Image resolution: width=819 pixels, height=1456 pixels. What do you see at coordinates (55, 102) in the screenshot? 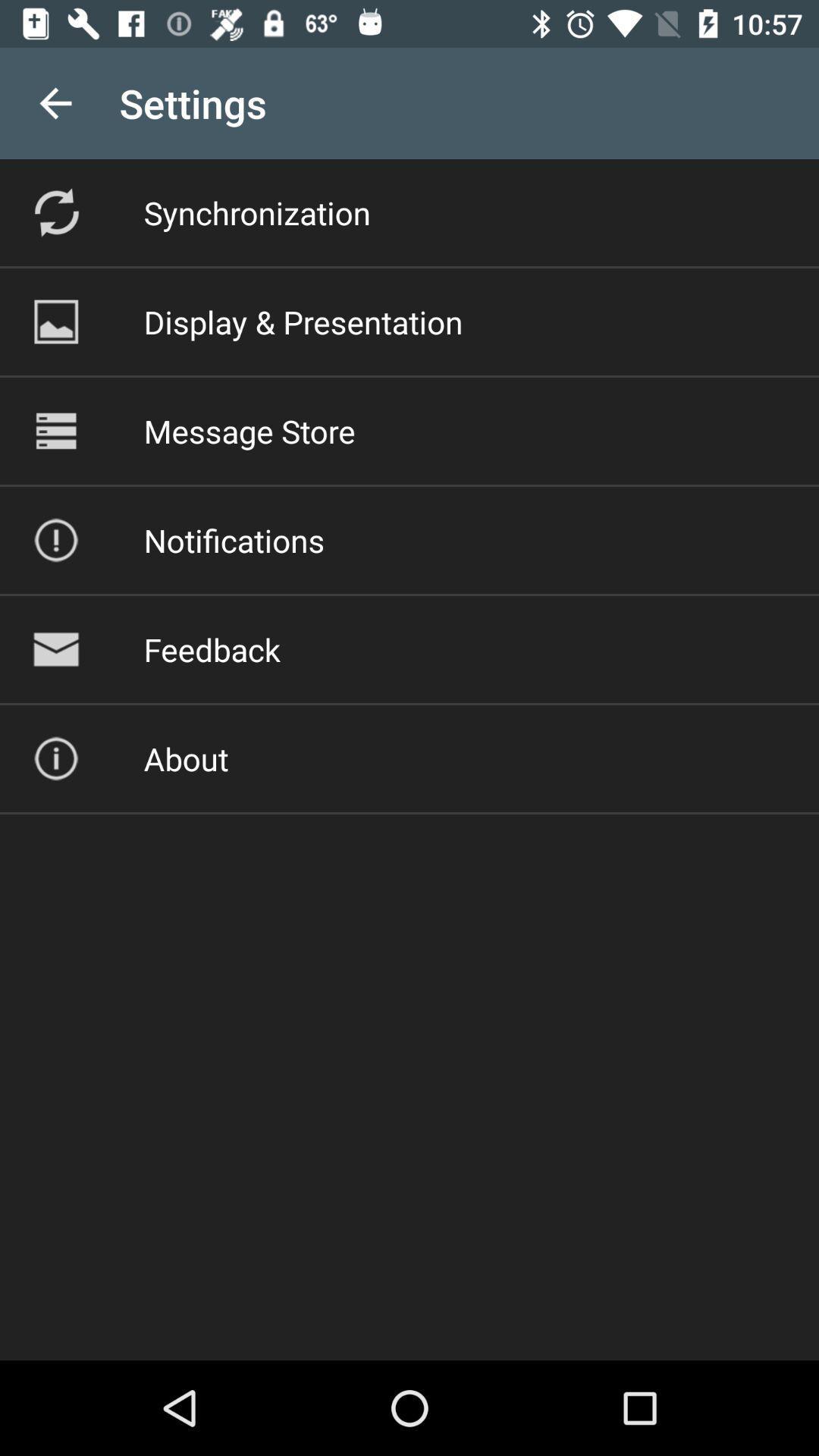
I see `the app to the left of the settings icon` at bounding box center [55, 102].